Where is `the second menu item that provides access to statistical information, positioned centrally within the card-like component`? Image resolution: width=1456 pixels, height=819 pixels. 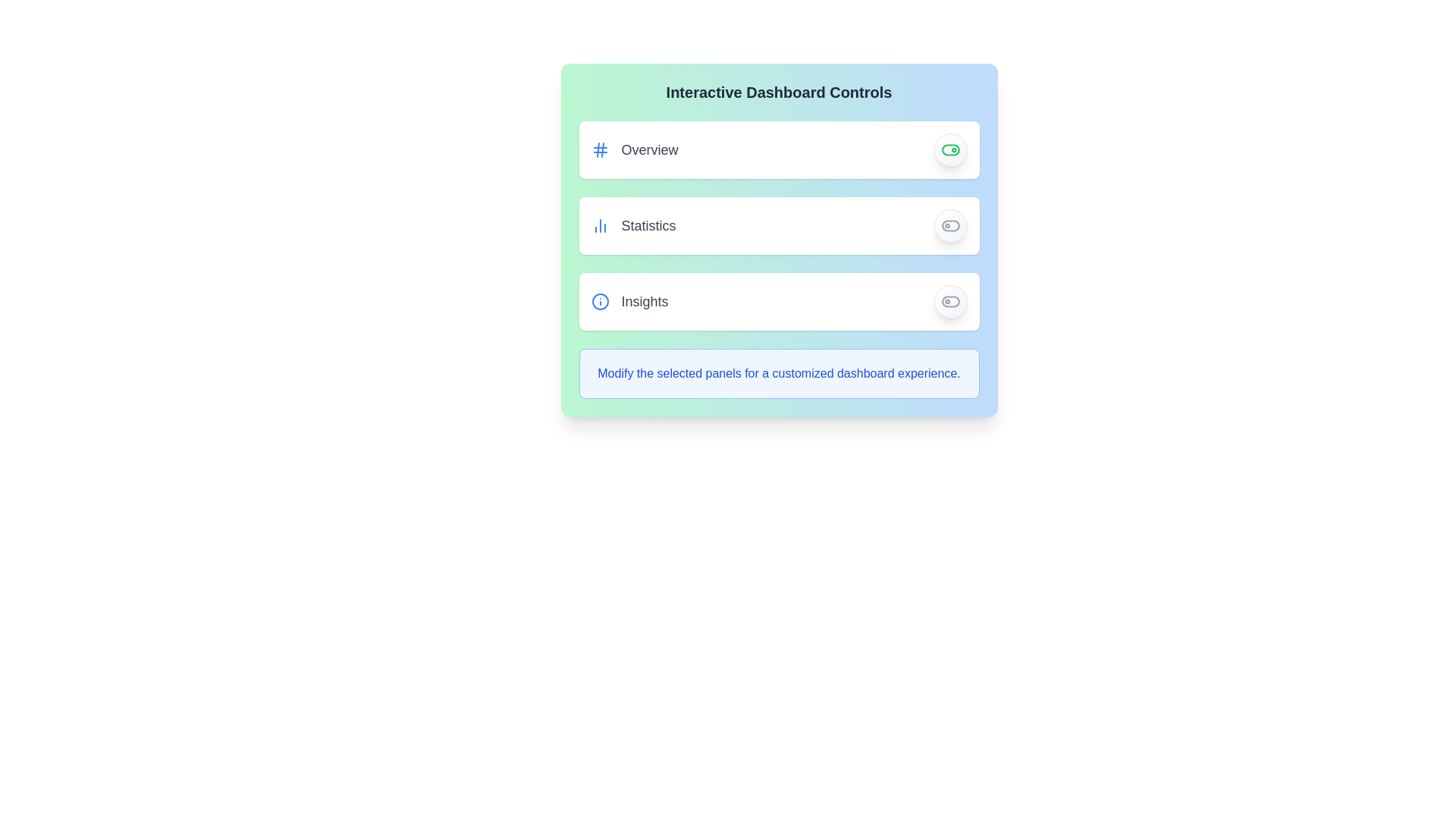
the second menu item that provides access to statistical information, positioned centrally within the card-like component is located at coordinates (779, 225).